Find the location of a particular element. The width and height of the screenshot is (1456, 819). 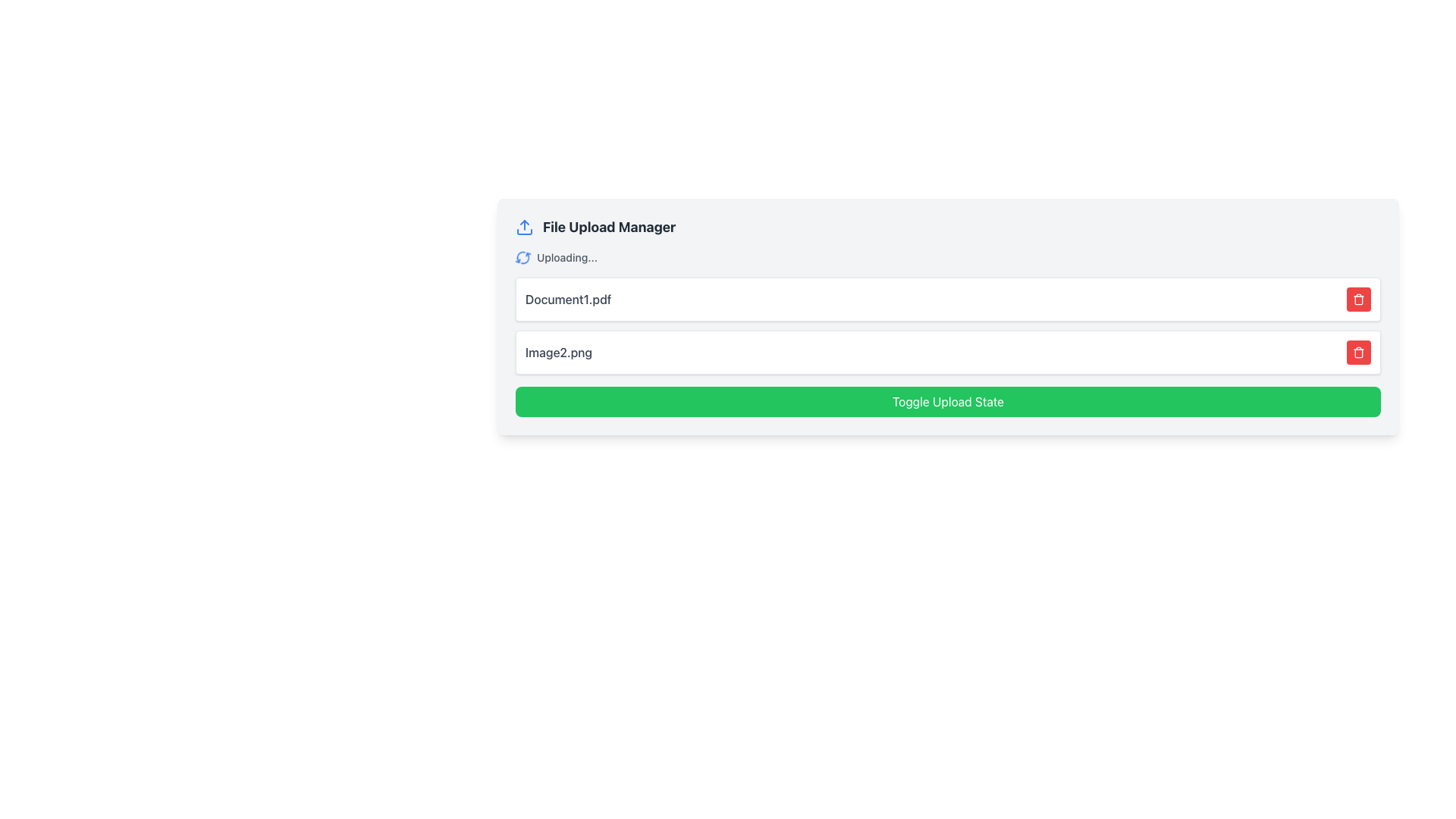

the spinning animation of the status indicator labeled 'Uploading...' with a blue icon, located below 'File Upload Manager' and above the 'Toggle Upload State' button is located at coordinates (947, 256).